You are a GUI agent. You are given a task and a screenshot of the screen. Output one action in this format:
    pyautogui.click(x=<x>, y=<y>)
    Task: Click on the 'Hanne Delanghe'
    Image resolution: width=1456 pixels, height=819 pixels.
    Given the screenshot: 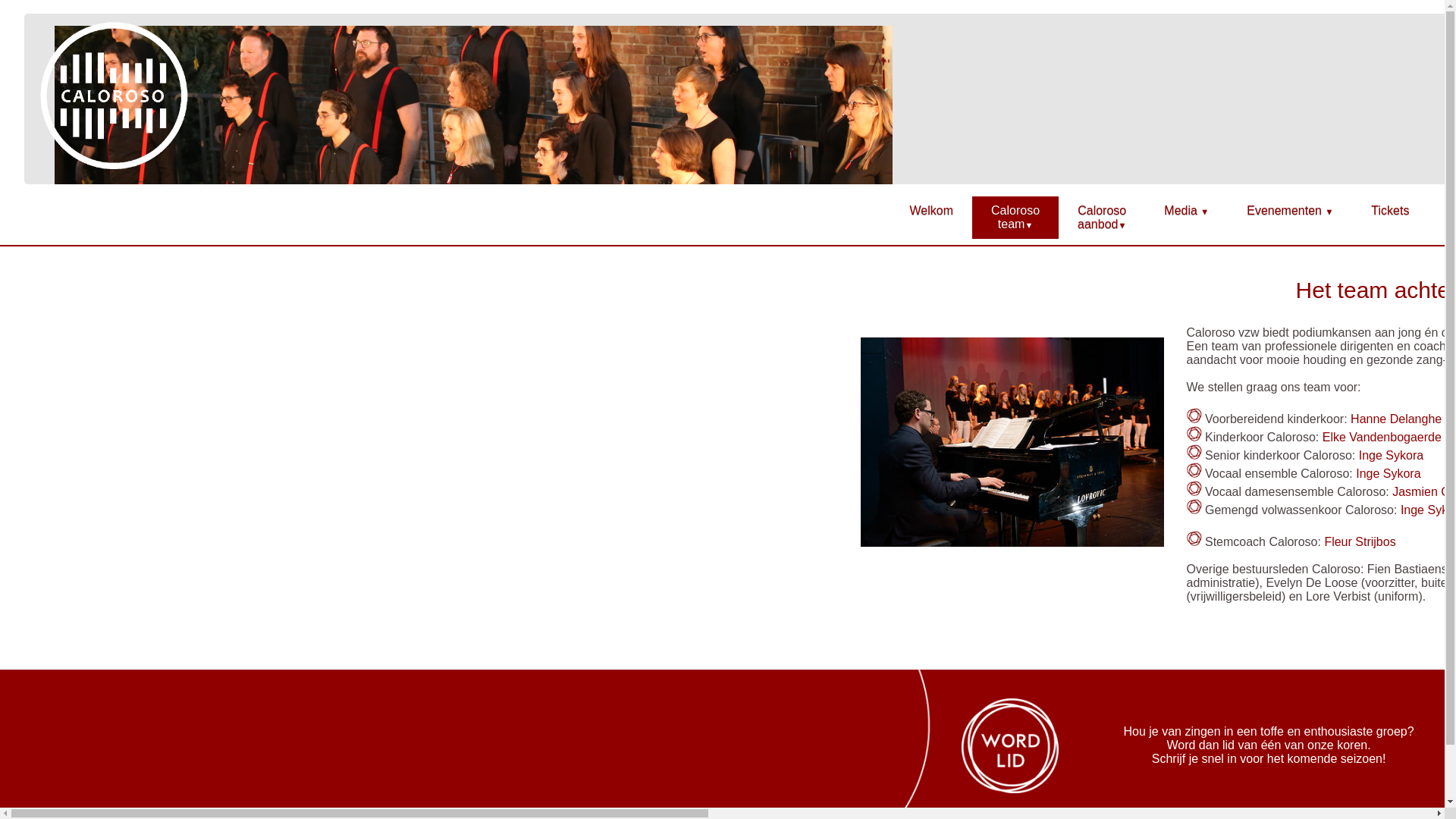 What is the action you would take?
    pyautogui.click(x=1395, y=419)
    